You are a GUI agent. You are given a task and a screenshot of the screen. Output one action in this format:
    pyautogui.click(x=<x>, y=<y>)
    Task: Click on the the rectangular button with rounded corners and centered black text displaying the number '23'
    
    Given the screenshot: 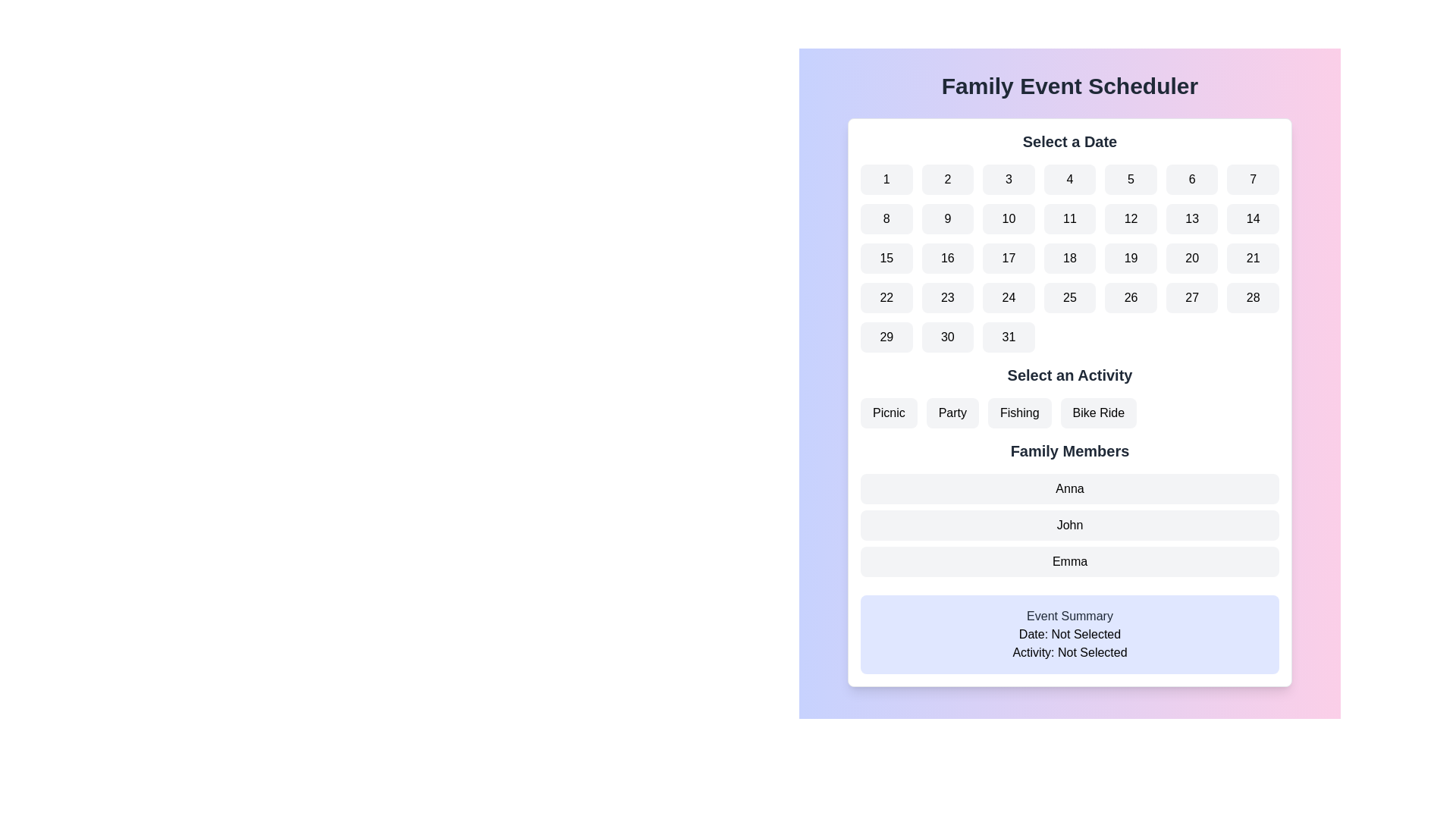 What is the action you would take?
    pyautogui.click(x=946, y=298)
    